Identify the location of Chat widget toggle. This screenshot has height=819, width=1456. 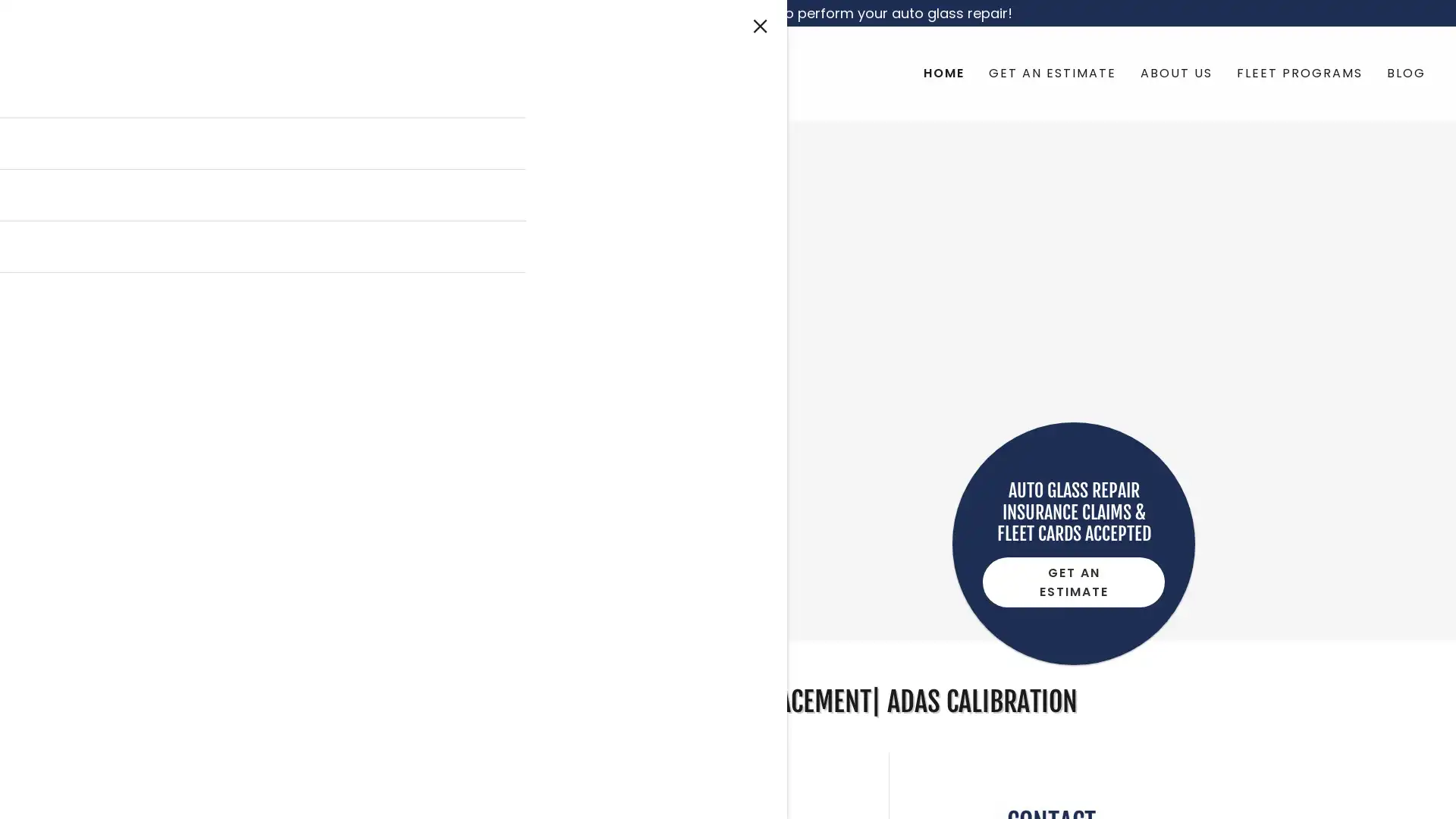
(1416, 780).